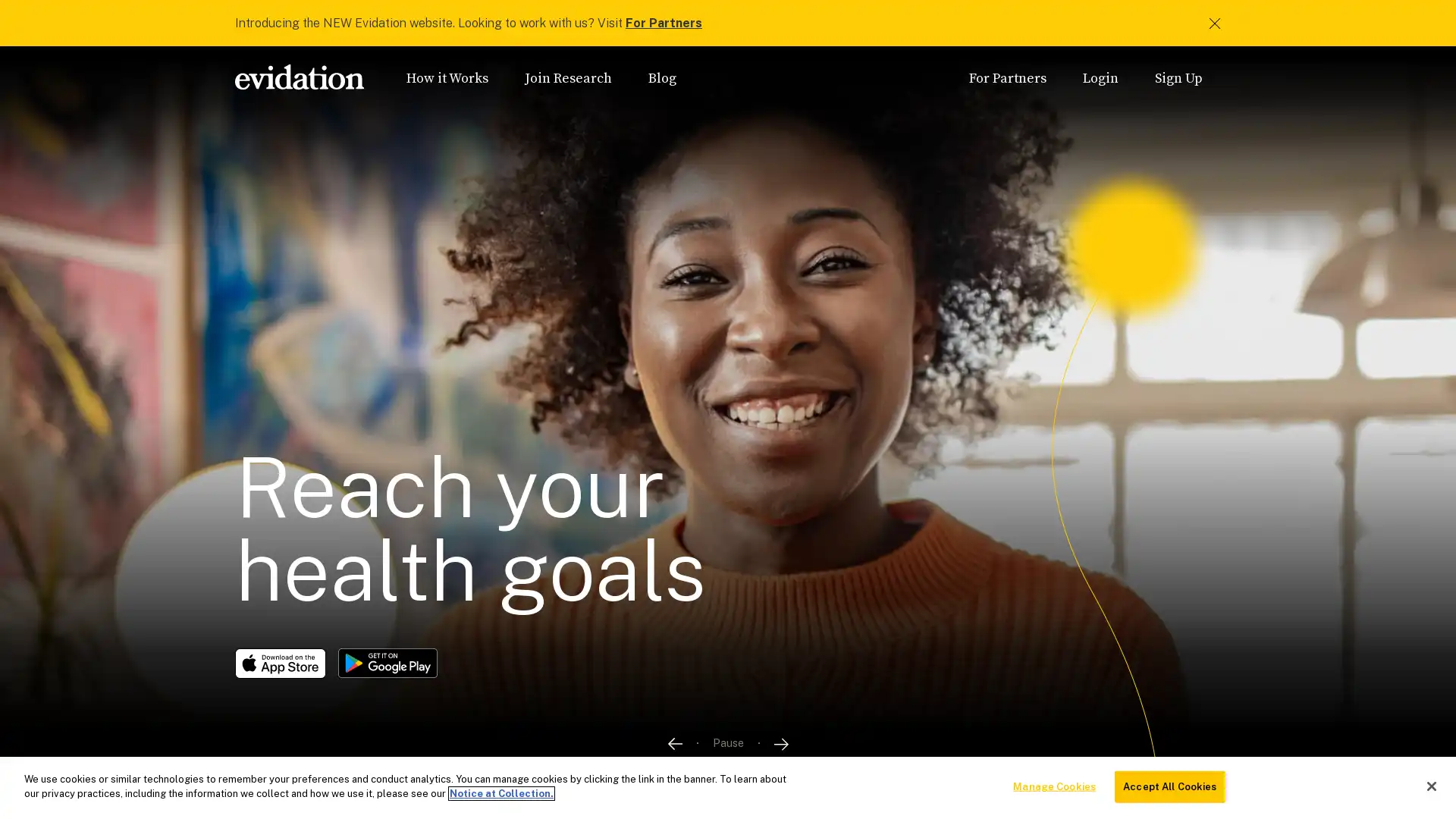  Describe the element at coordinates (673, 742) in the screenshot. I see `Previous slide` at that location.